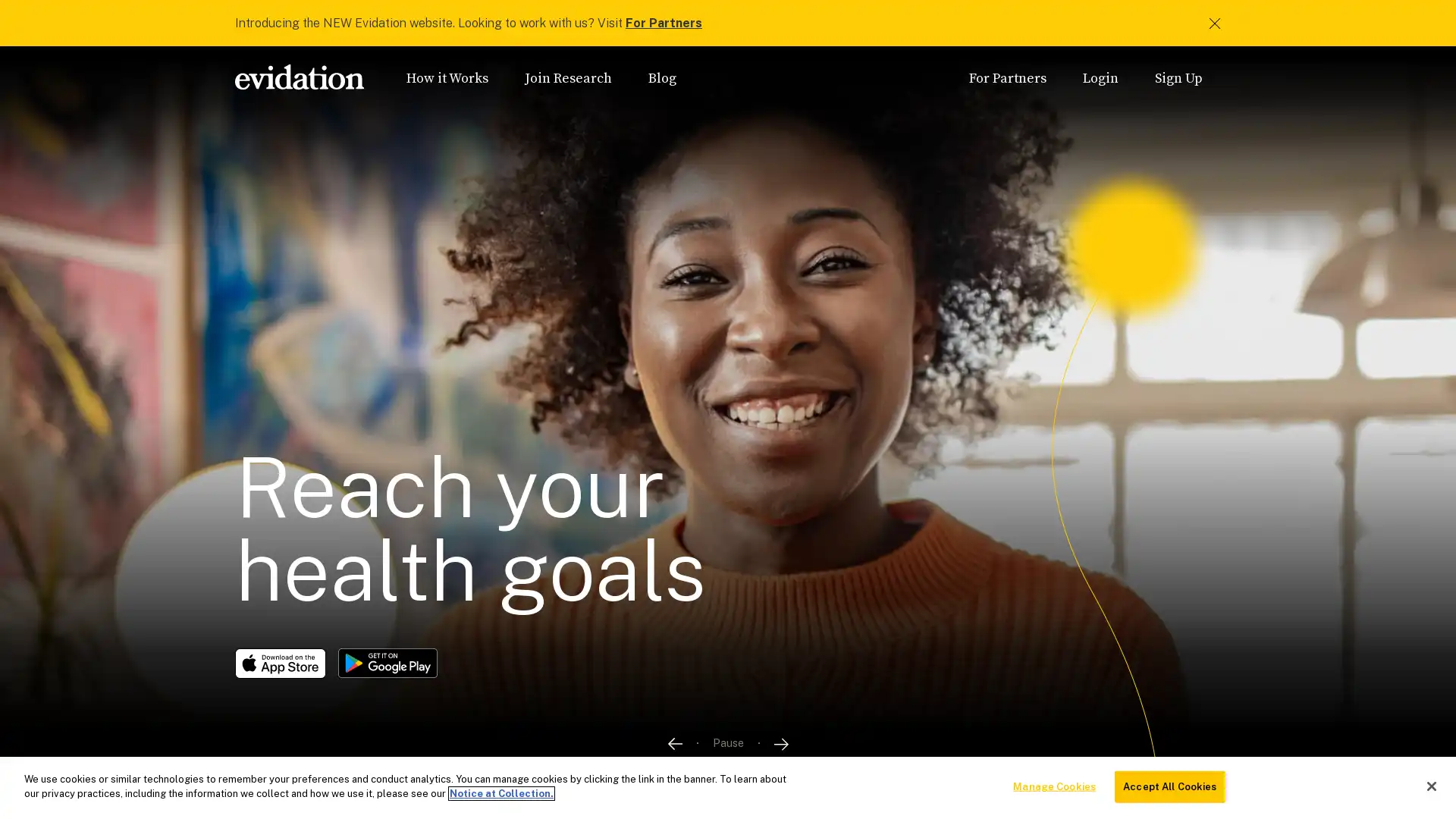  Describe the element at coordinates (673, 742) in the screenshot. I see `Previous slide` at that location.